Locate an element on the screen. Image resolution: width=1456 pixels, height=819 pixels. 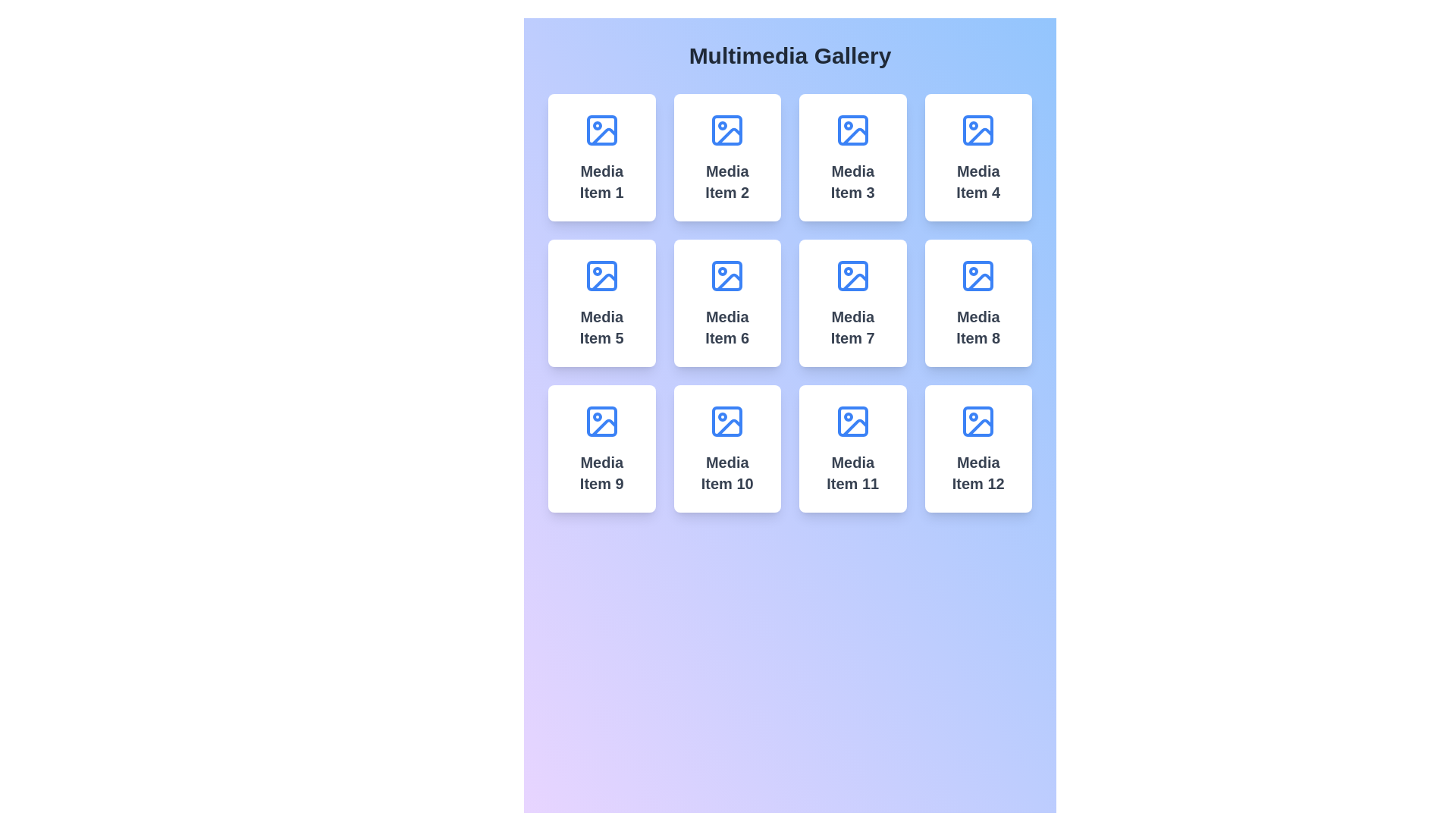
the Card element representing 'Media Item 9' is located at coordinates (601, 447).